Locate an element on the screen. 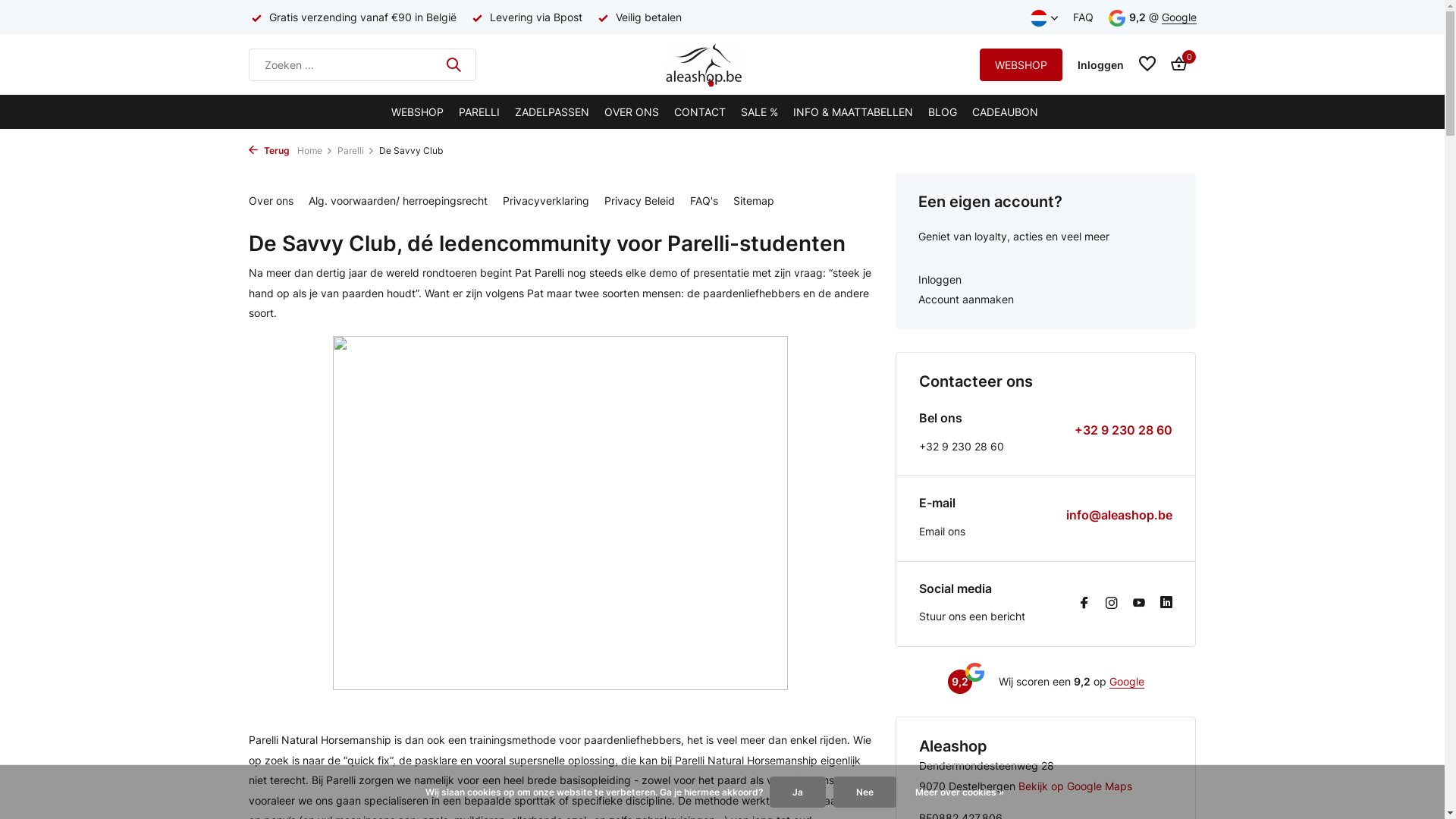 This screenshot has height=819, width=1456. 'linkedin2' is located at coordinates (1165, 602).